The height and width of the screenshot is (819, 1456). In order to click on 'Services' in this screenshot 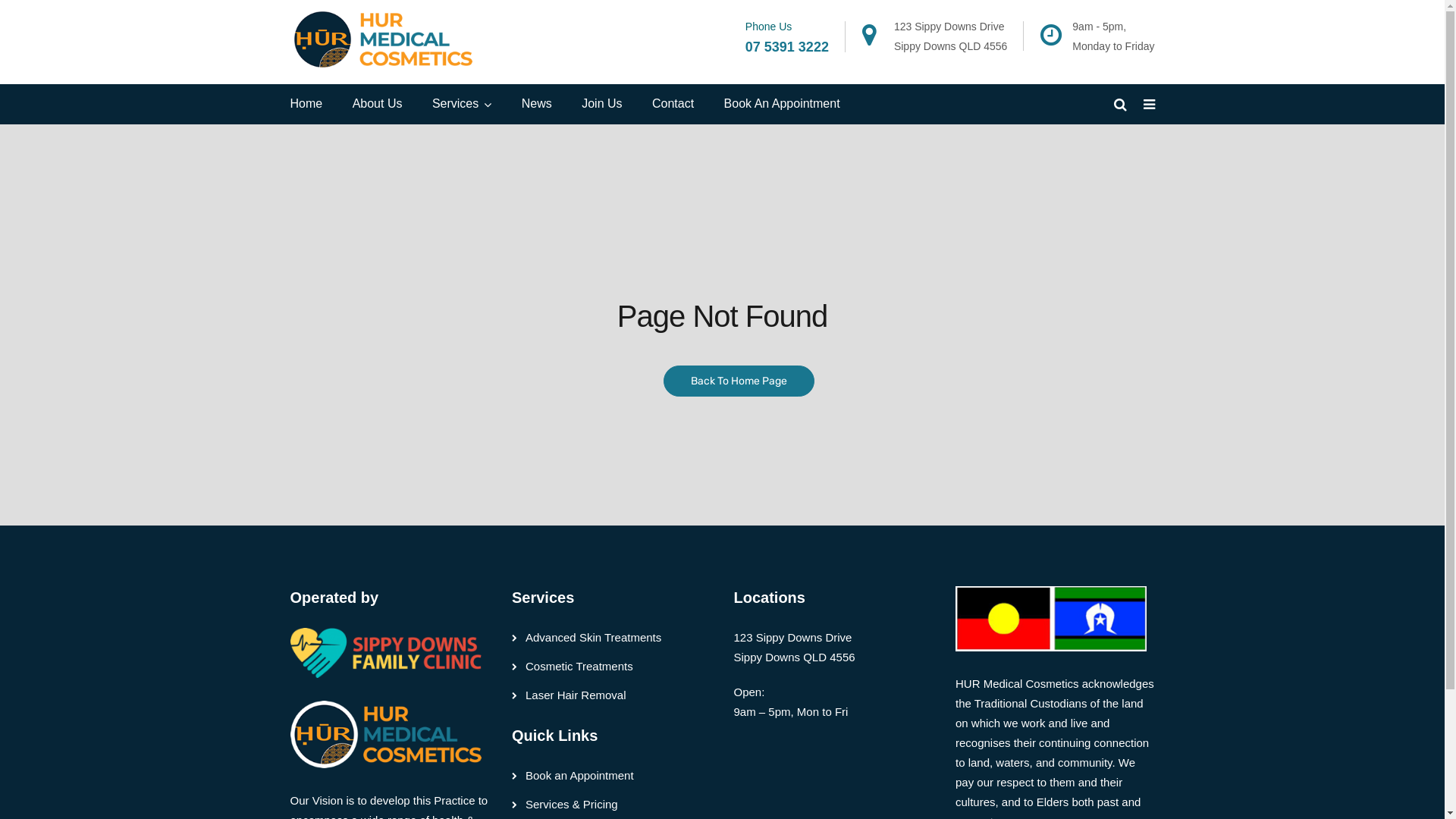, I will do `click(431, 103)`.